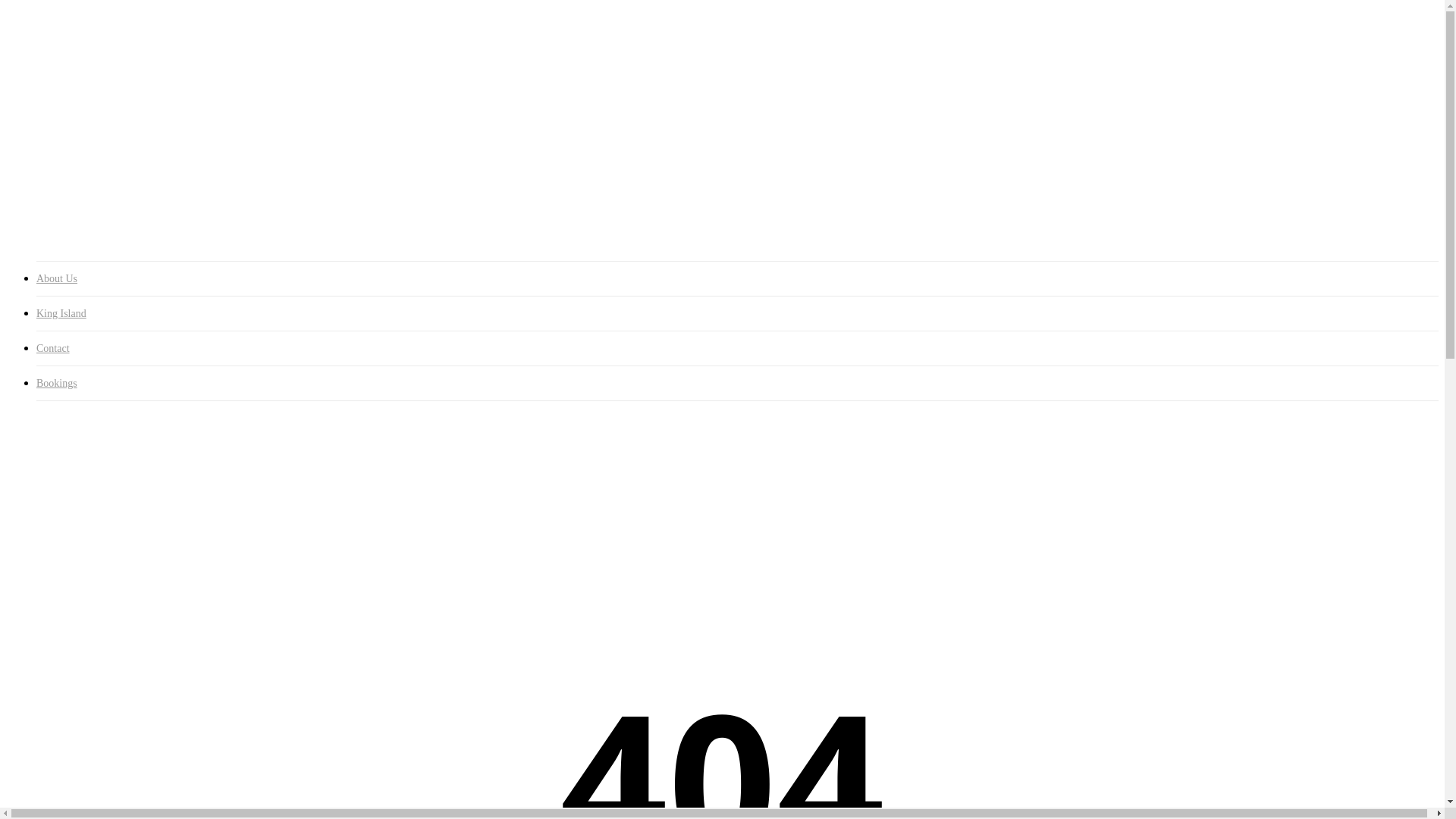 The height and width of the screenshot is (819, 1456). What do you see at coordinates (5, 5) in the screenshot?
I see `'Skip to main content'` at bounding box center [5, 5].